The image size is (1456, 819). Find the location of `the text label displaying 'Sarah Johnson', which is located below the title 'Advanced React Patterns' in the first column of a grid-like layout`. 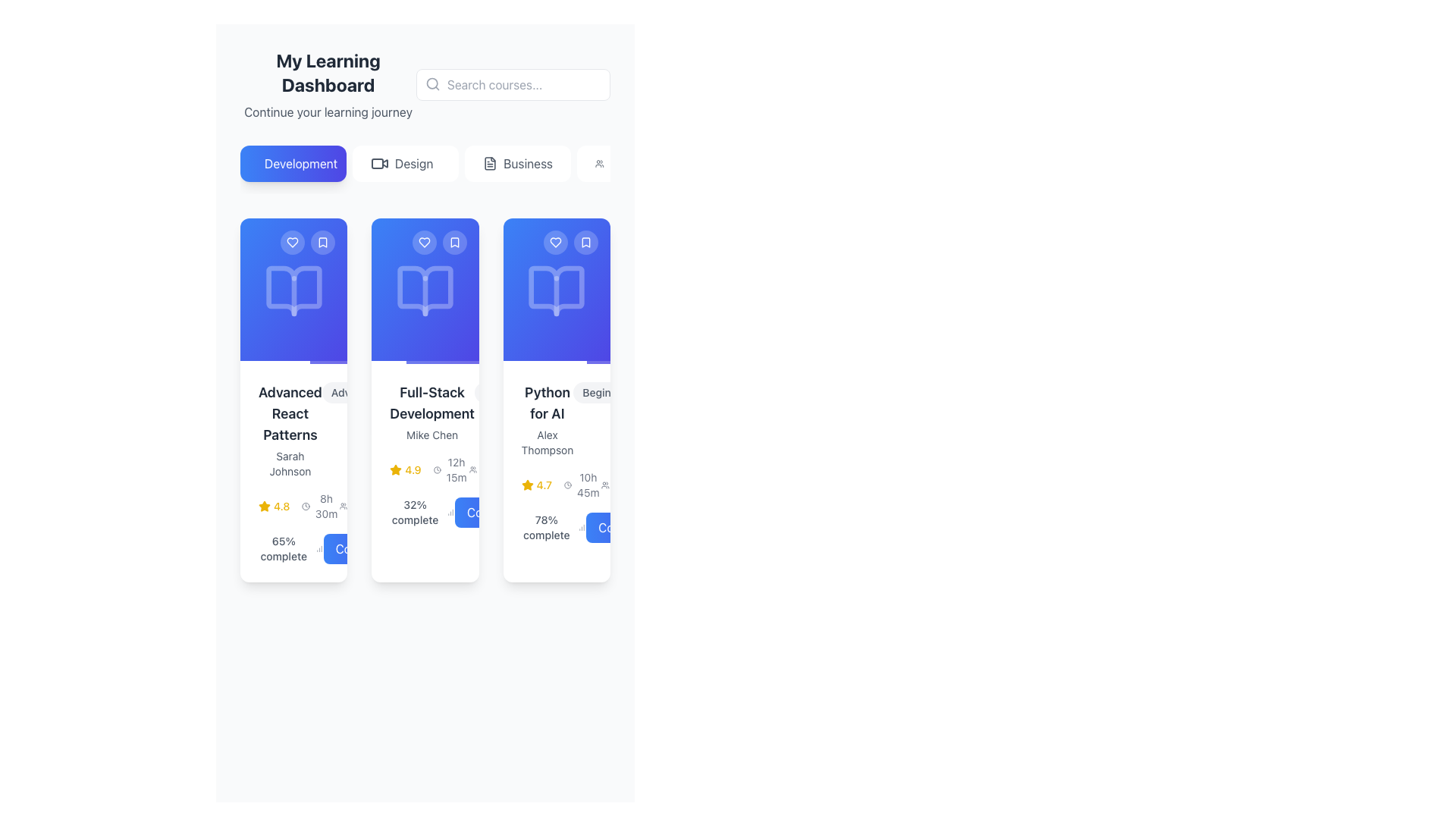

the text label displaying 'Sarah Johnson', which is located below the title 'Advanced React Patterns' in the first column of a grid-like layout is located at coordinates (290, 463).